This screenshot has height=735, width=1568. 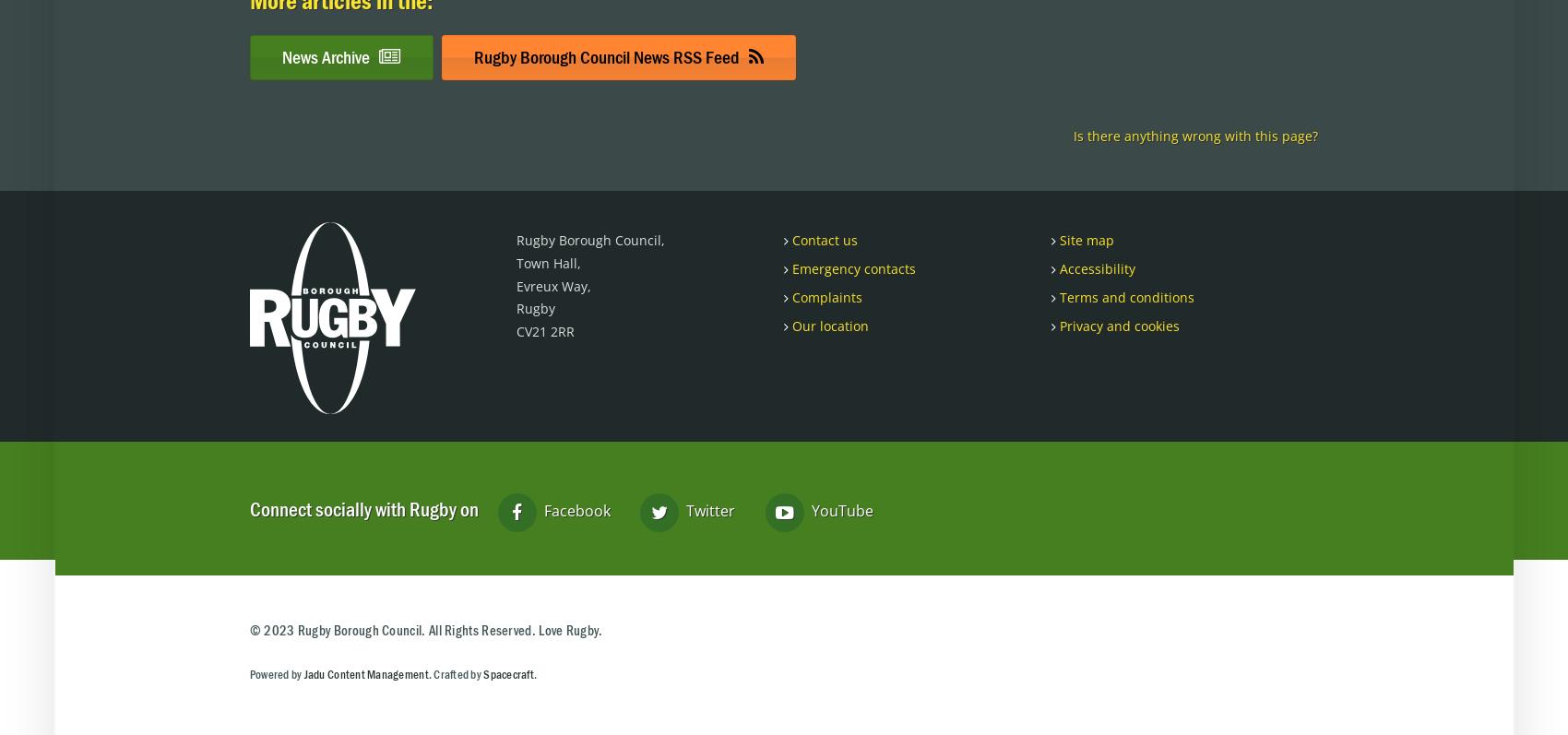 What do you see at coordinates (456, 674) in the screenshot?
I see `'. Crafted by'` at bounding box center [456, 674].